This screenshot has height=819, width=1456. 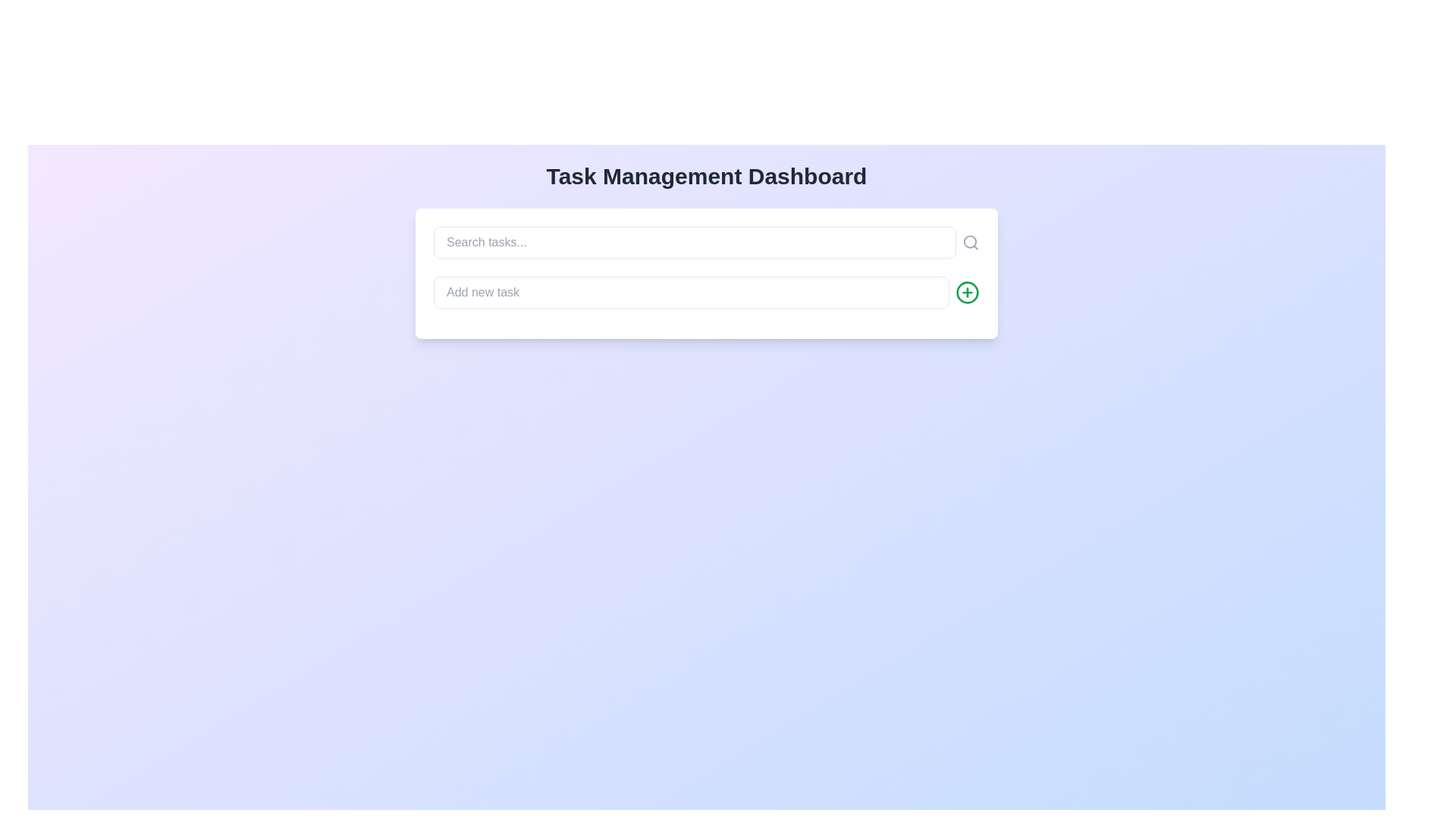 What do you see at coordinates (967, 292) in the screenshot?
I see `the circular green outlined button with a green plus sign (+)` at bounding box center [967, 292].